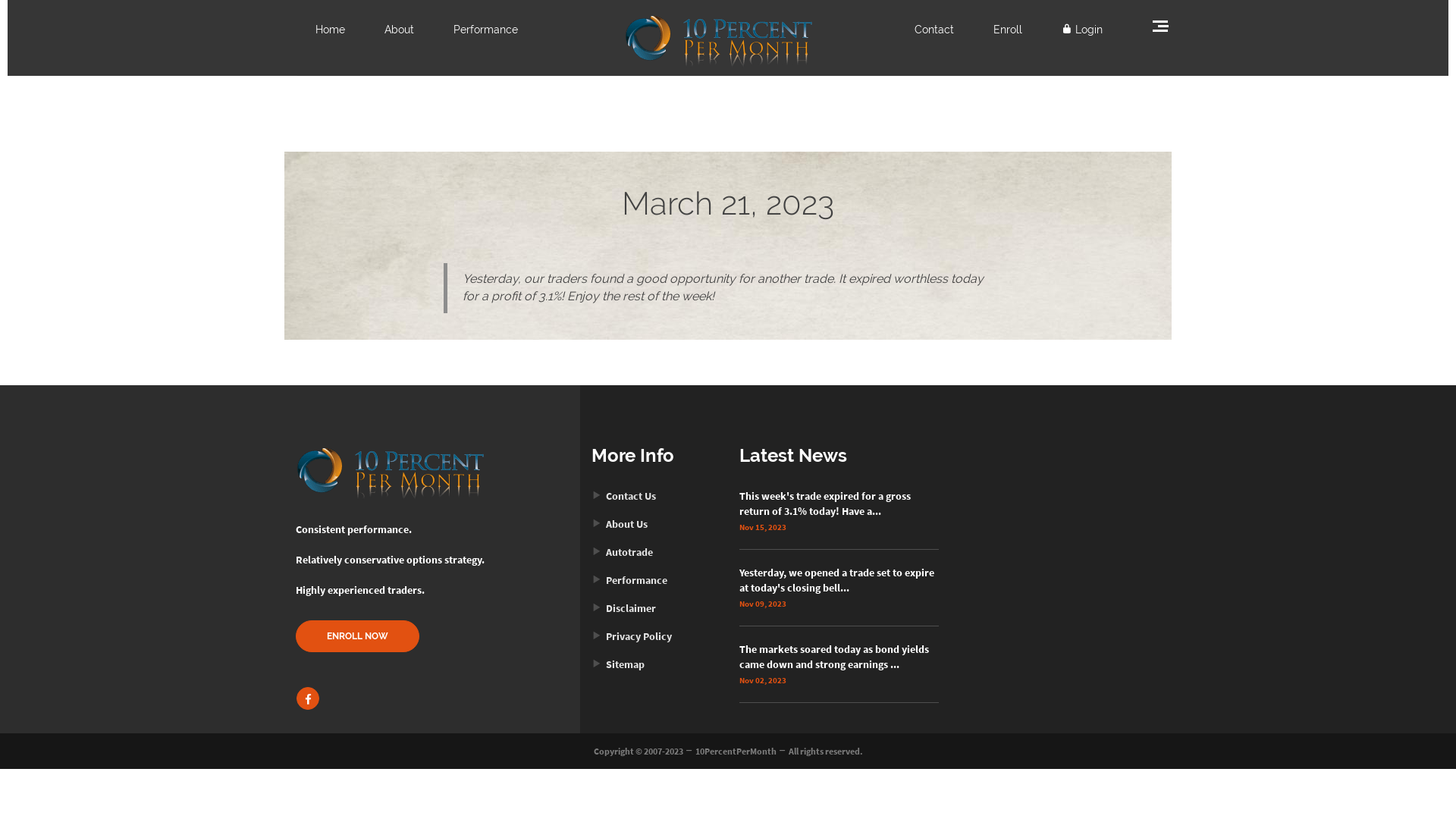  Describe the element at coordinates (622, 552) in the screenshot. I see `'Autotrade'` at that location.